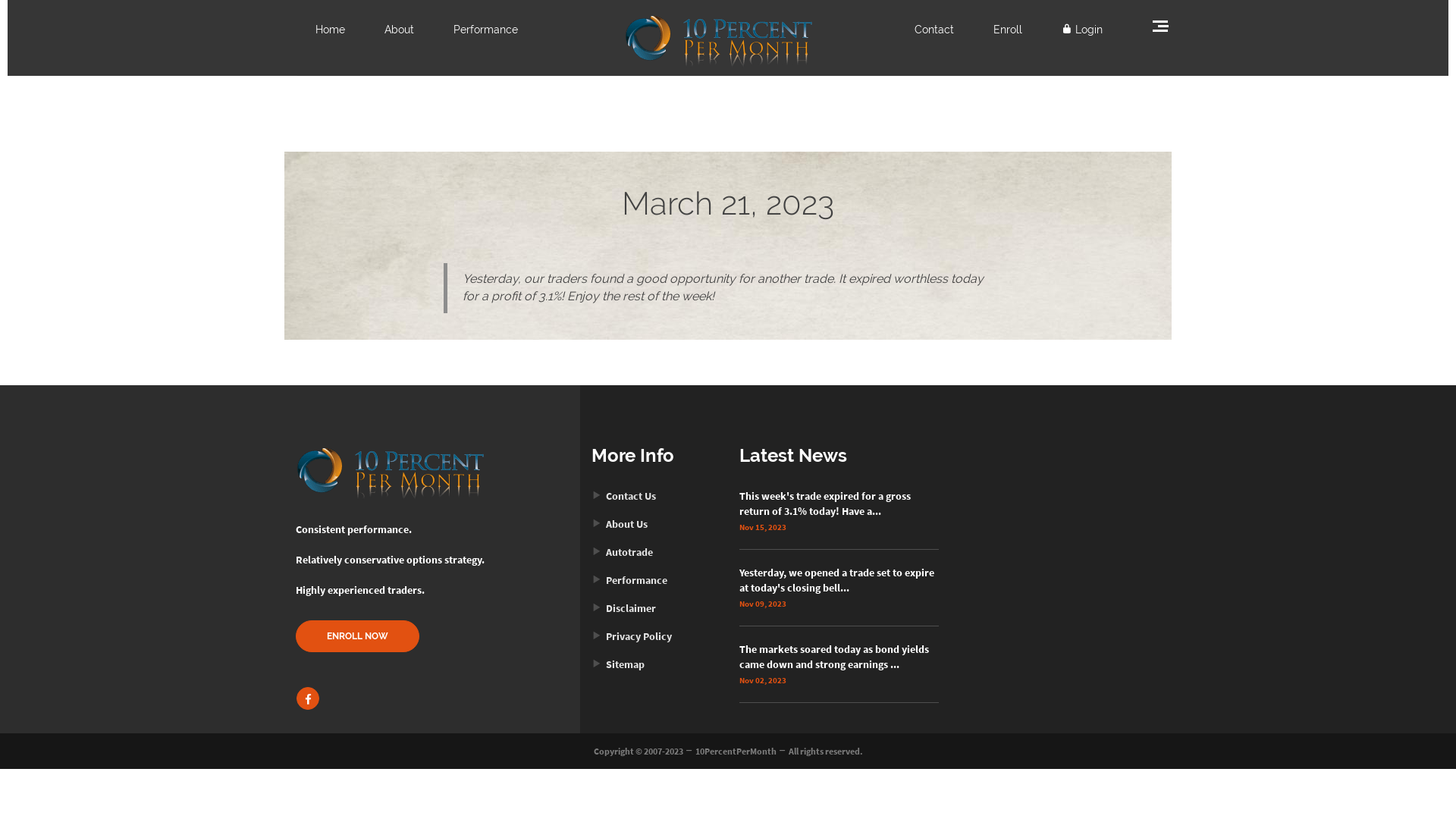  Describe the element at coordinates (622, 552) in the screenshot. I see `'Autotrade'` at that location.